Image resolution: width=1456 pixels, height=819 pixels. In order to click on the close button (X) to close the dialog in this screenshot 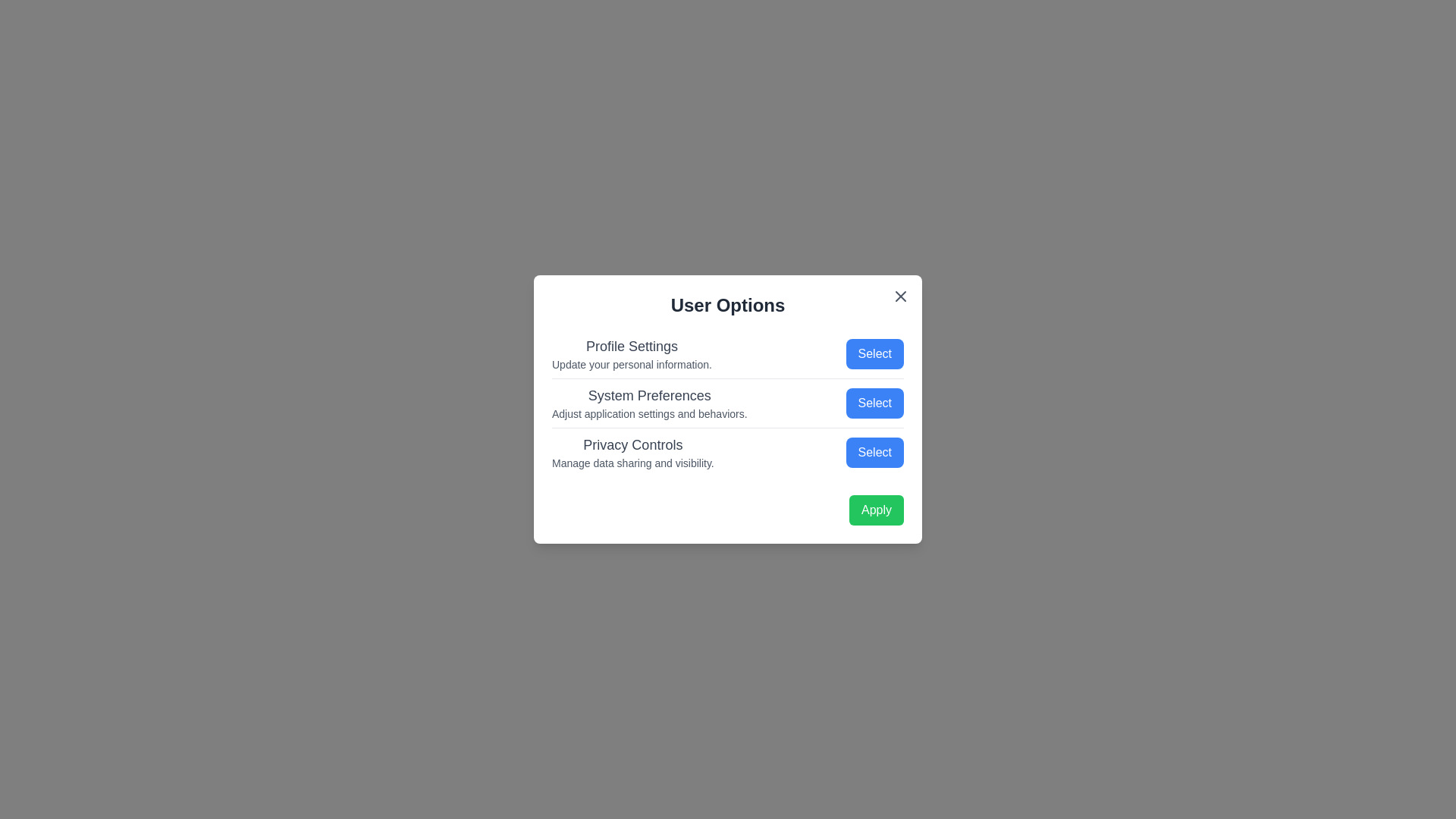, I will do `click(901, 296)`.